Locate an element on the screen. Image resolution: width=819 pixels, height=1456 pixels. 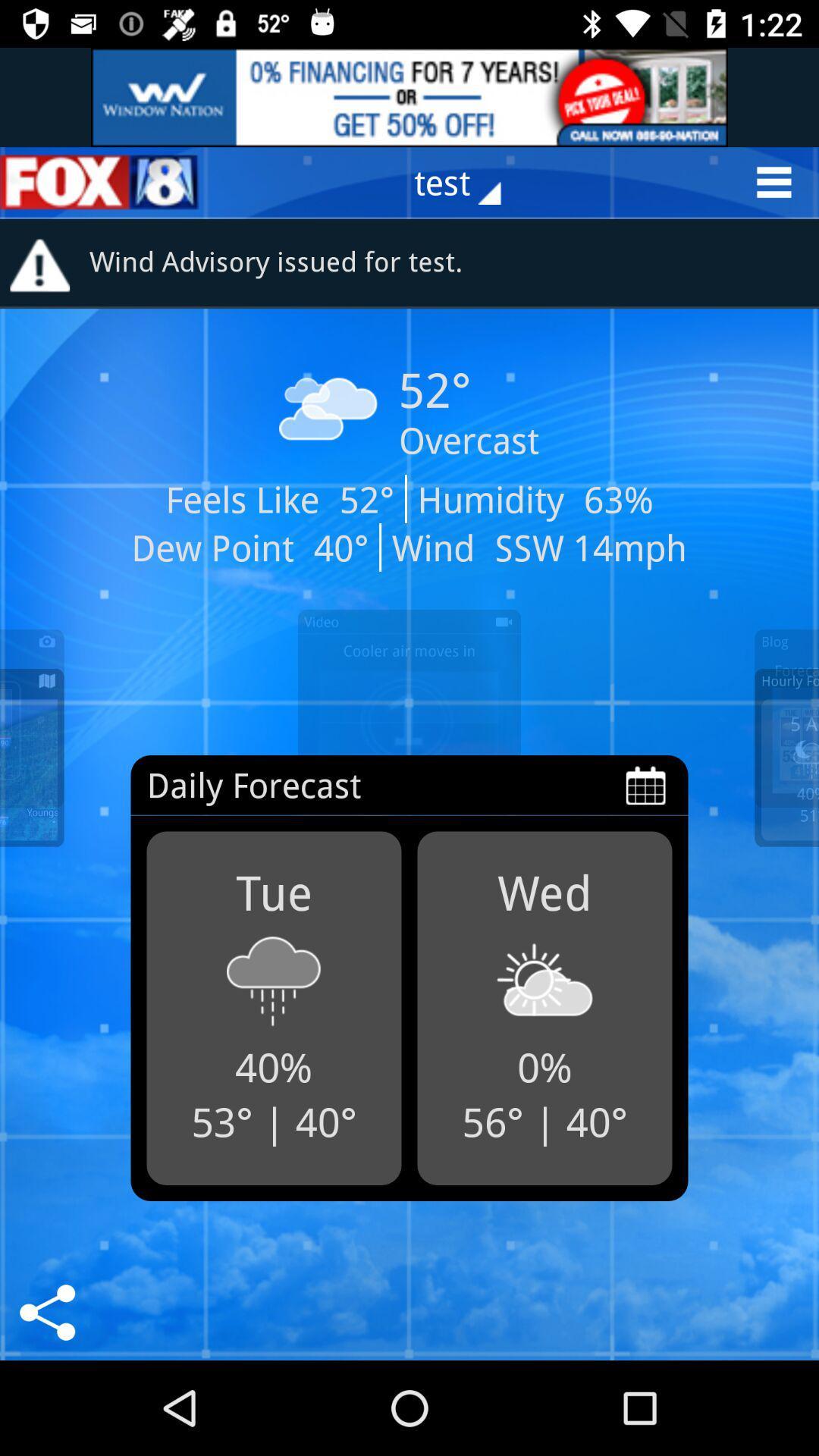
the sliders icon is located at coordinates (99, 182).